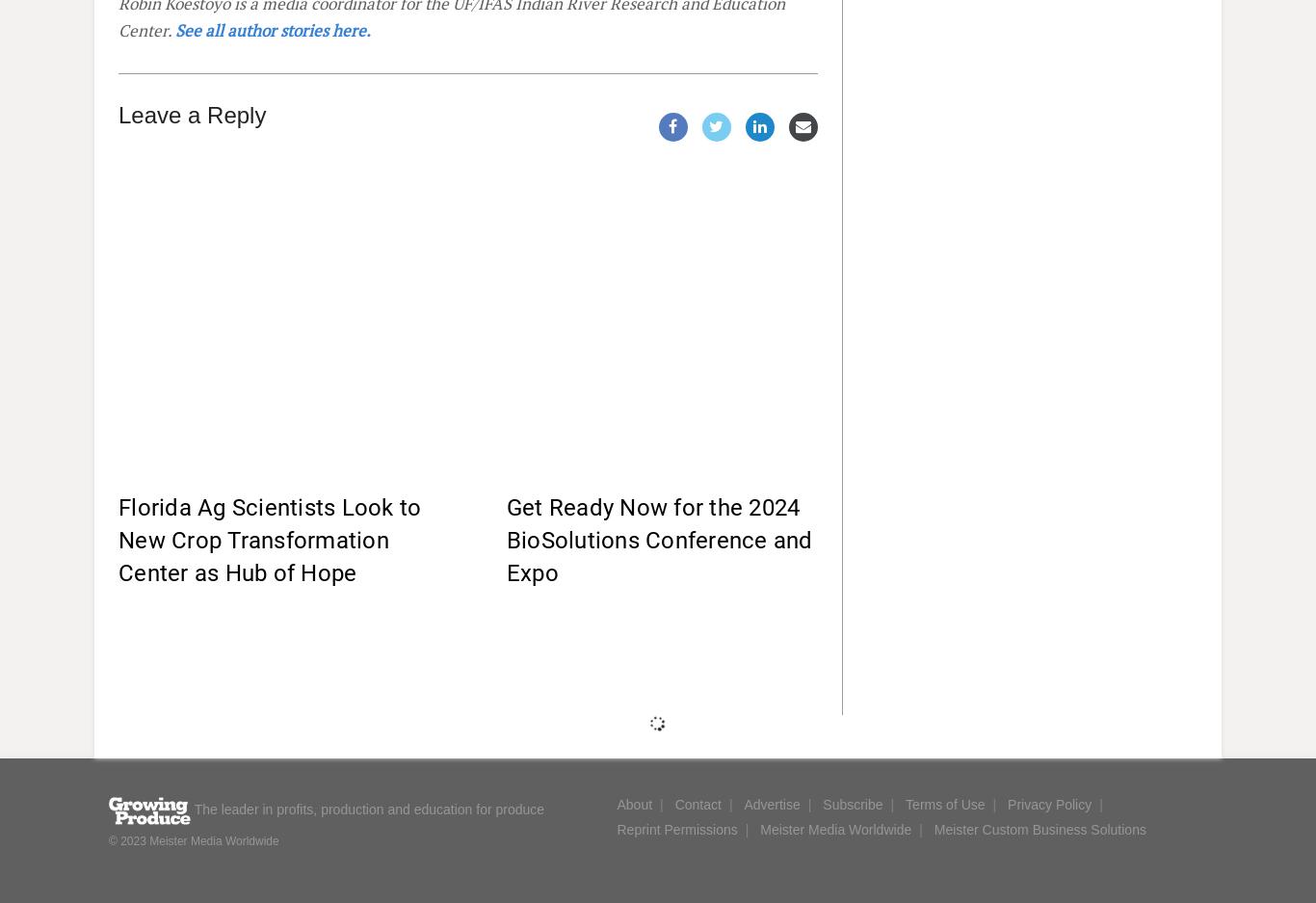 This screenshot has height=903, width=1316. What do you see at coordinates (1039, 830) in the screenshot?
I see `'Meister Custom Business Solutions'` at bounding box center [1039, 830].